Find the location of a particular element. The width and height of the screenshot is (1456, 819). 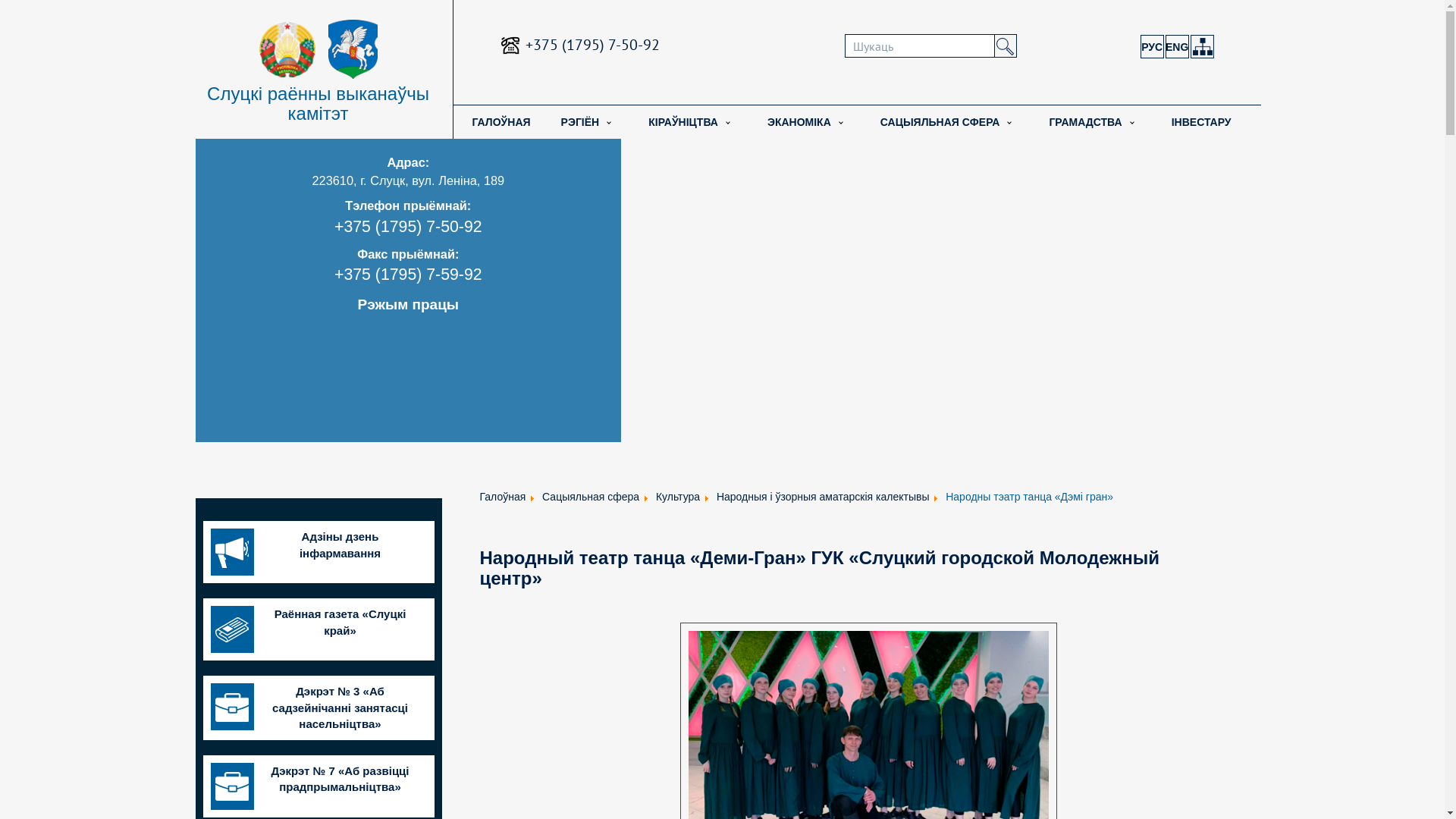

'+375 (1795) 7-59-92' is located at coordinates (334, 275).